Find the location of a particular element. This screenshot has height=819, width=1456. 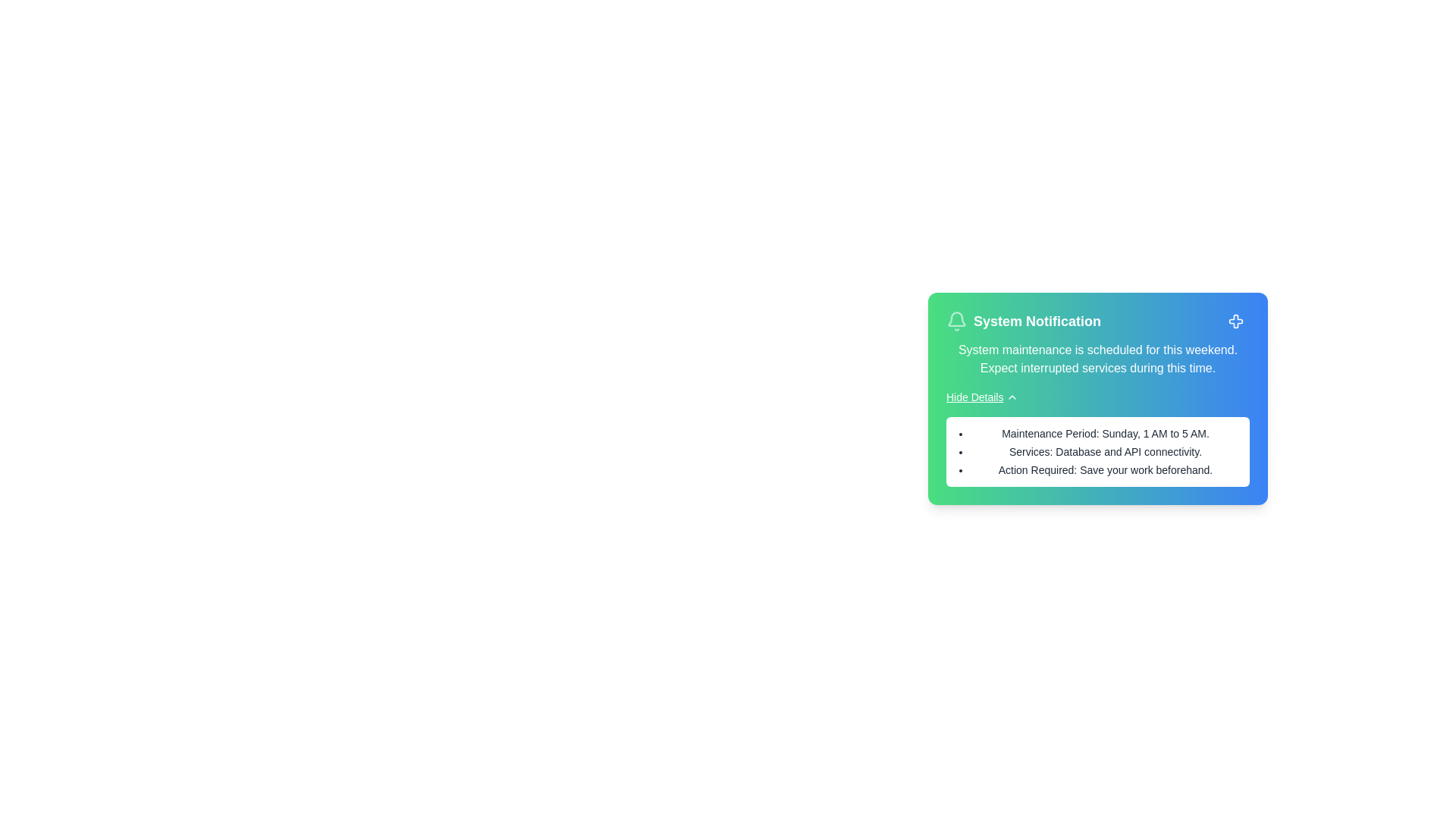

the 'Hide Details' button to toggle the visibility of the details section is located at coordinates (982, 397).